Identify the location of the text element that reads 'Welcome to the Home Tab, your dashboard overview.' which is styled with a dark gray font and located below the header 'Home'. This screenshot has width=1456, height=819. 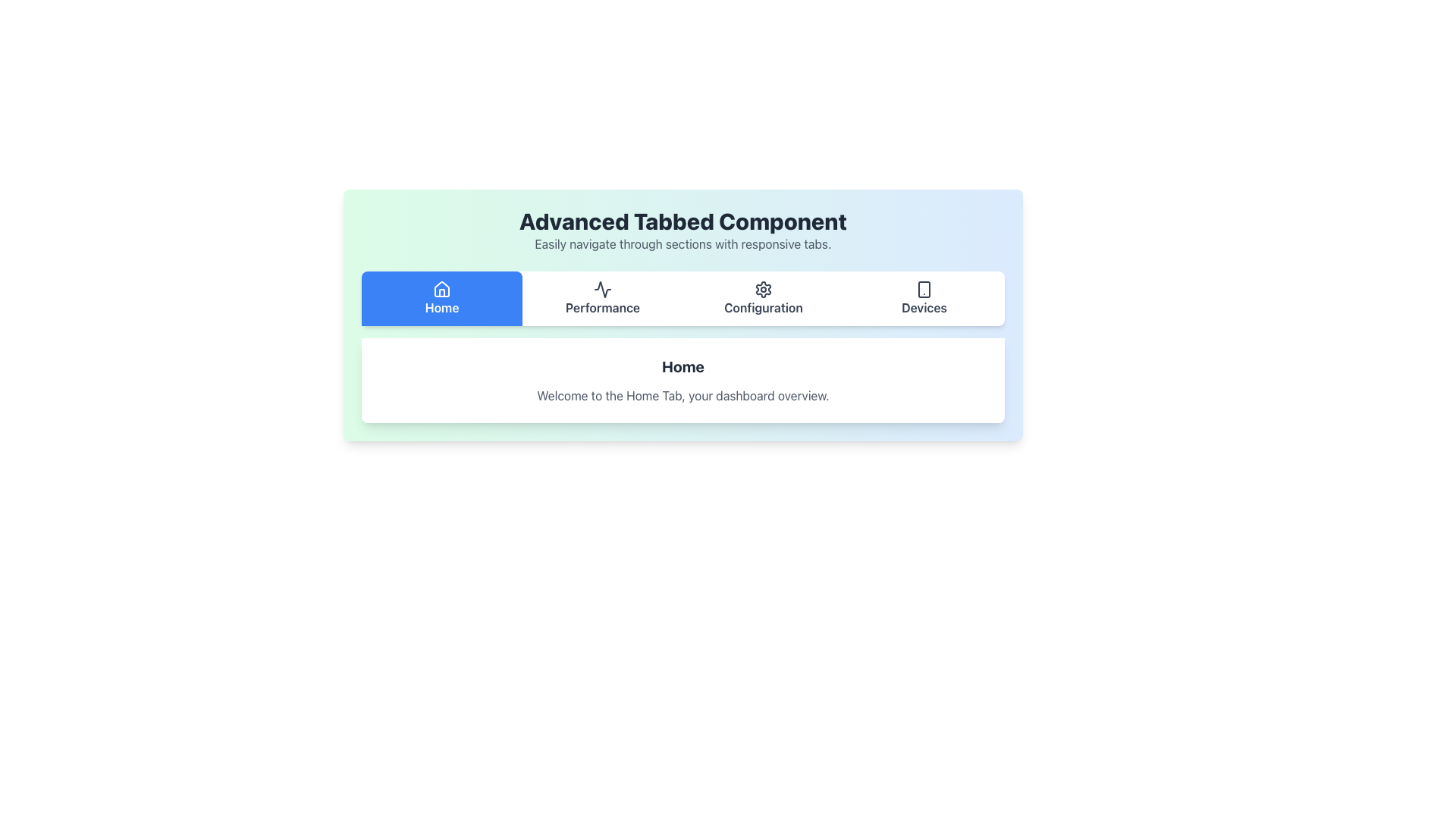
(682, 394).